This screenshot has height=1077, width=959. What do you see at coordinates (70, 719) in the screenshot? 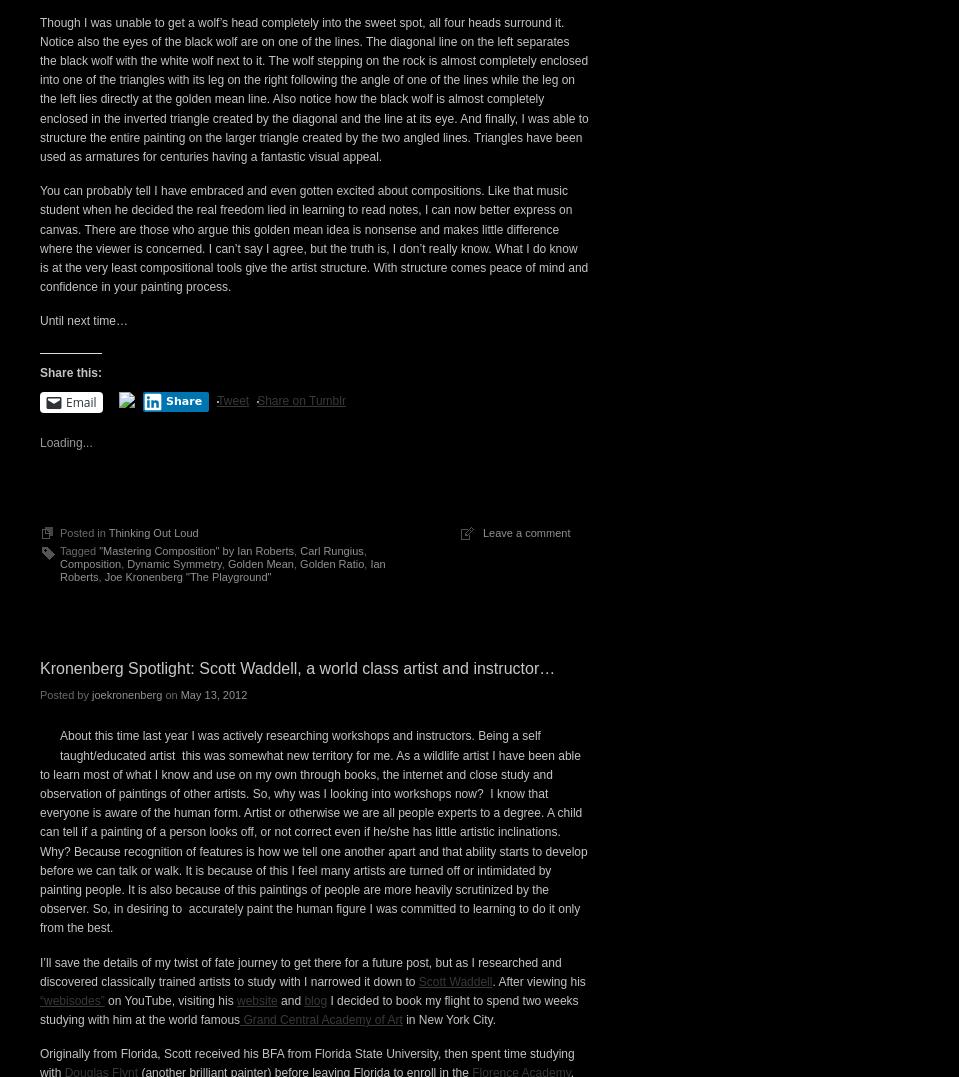
I see `'Share this:'` at bounding box center [70, 719].